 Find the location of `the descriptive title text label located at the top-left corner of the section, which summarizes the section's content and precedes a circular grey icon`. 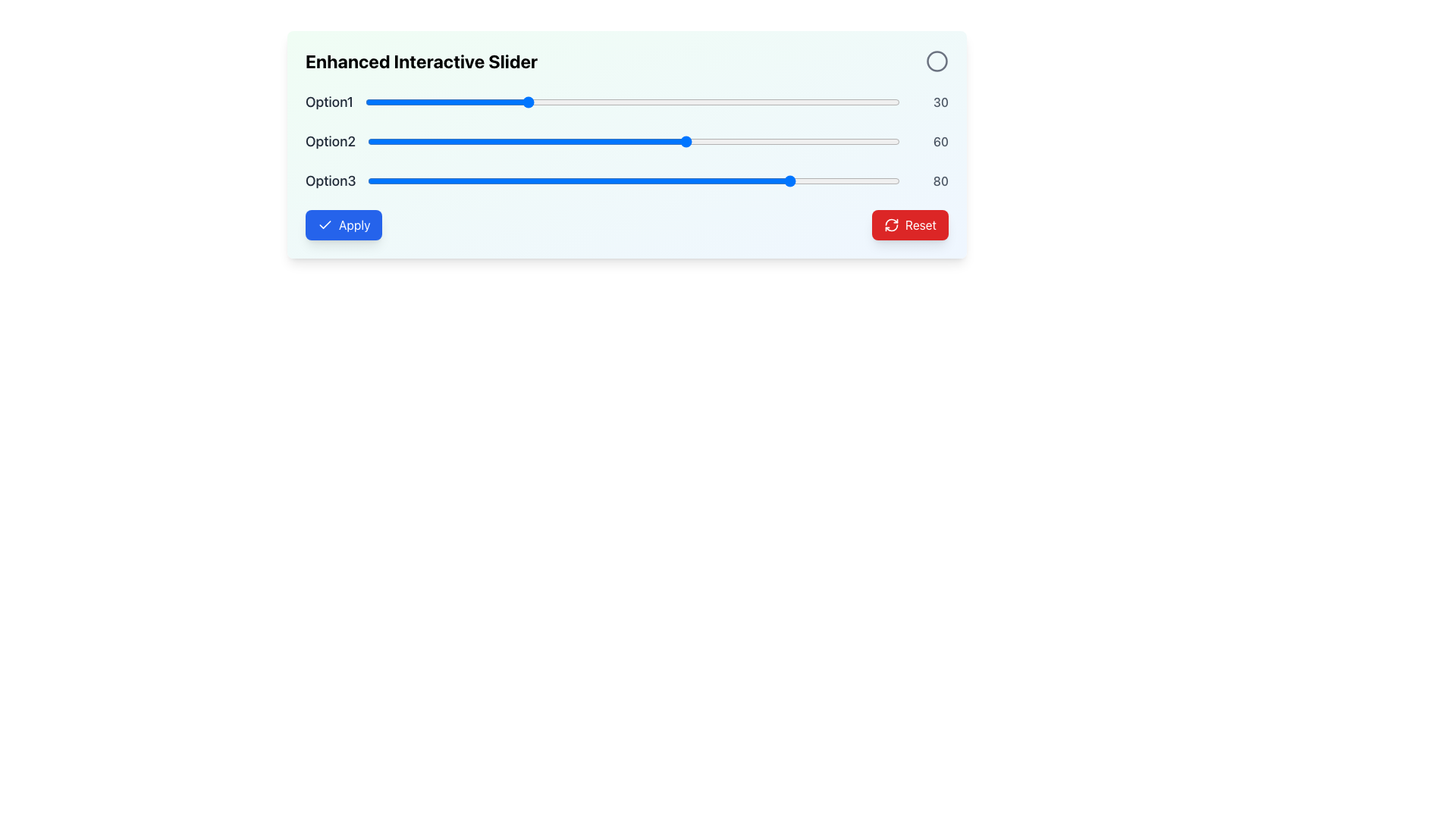

the descriptive title text label located at the top-left corner of the section, which summarizes the section's content and precedes a circular grey icon is located at coordinates (422, 61).